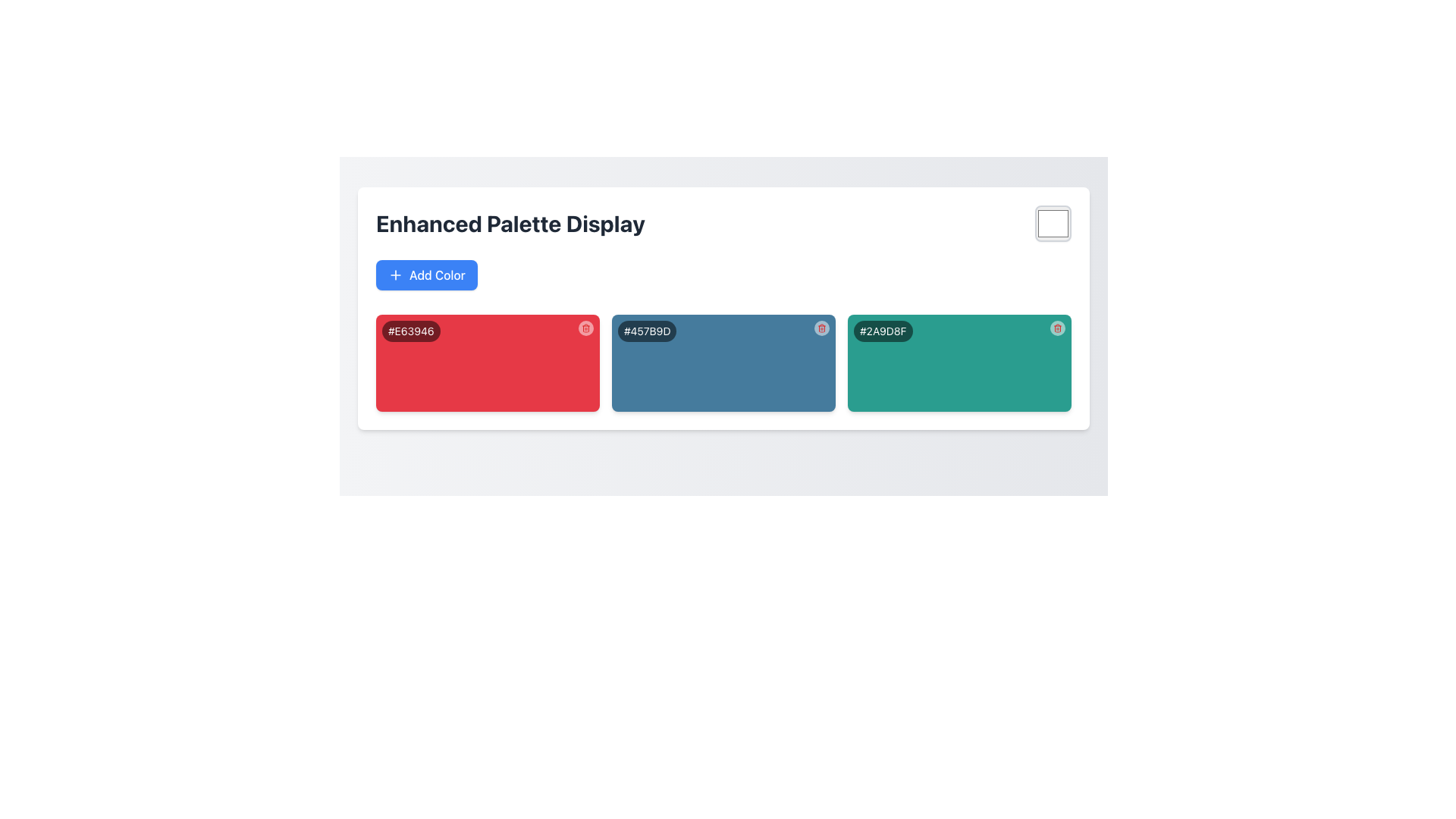 The image size is (1456, 819). I want to click on the Color Preview Block that represents the color '#457B9D', so click(723, 335).